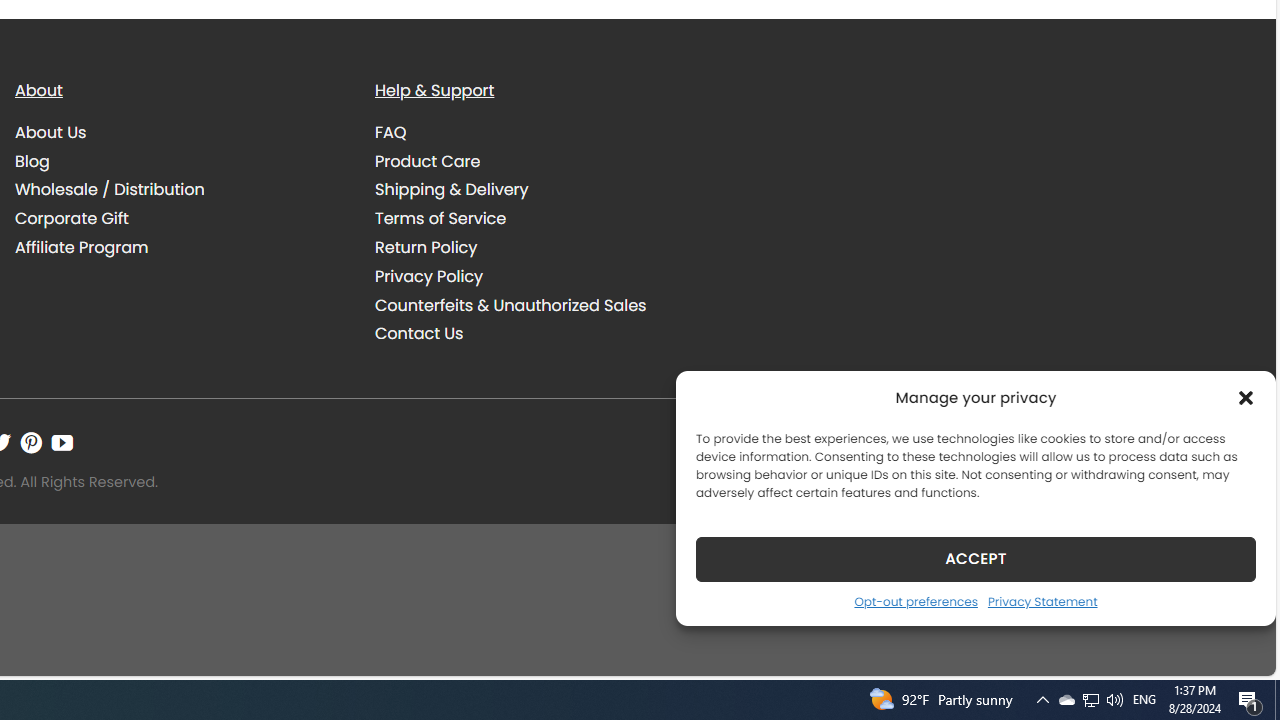 This screenshot has width=1280, height=720. I want to click on 'Privacy Statement', so click(1041, 600).